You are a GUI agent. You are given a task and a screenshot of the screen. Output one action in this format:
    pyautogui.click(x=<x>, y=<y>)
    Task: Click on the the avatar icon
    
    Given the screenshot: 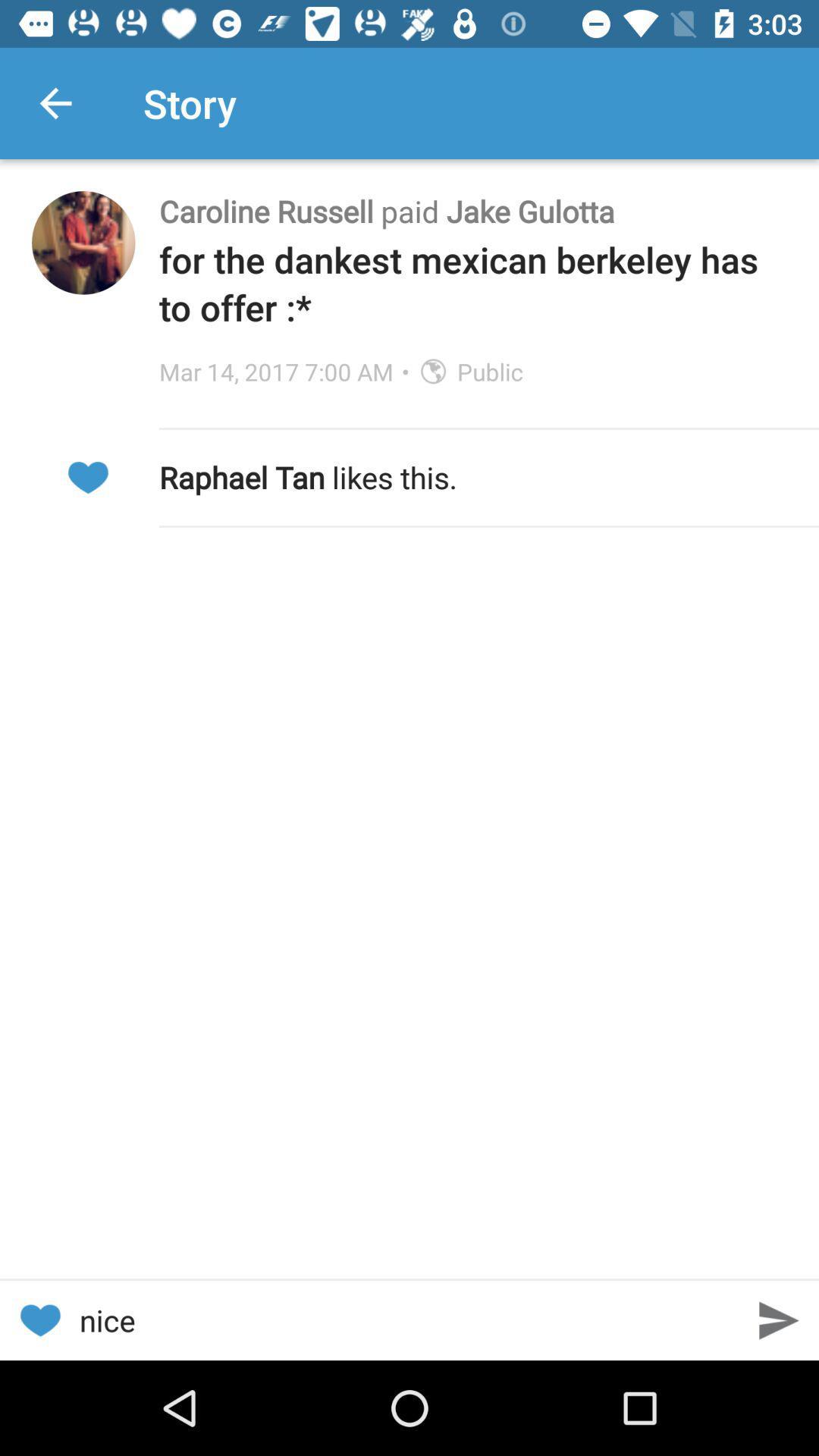 What is the action you would take?
    pyautogui.click(x=83, y=243)
    